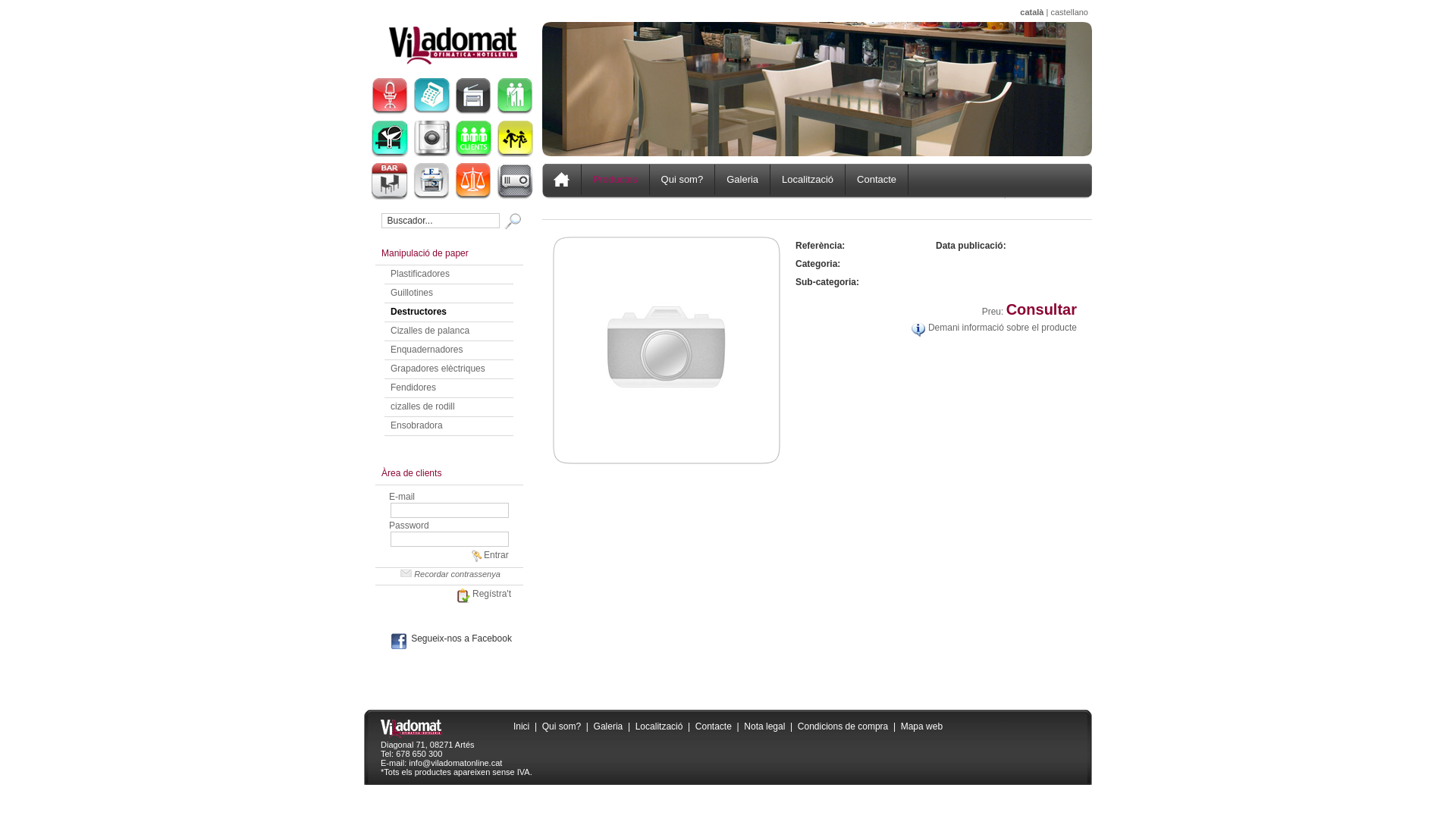 The image size is (1456, 819). What do you see at coordinates (389, 180) in the screenshot?
I see `'Mobiliari bar/restaurants'` at bounding box center [389, 180].